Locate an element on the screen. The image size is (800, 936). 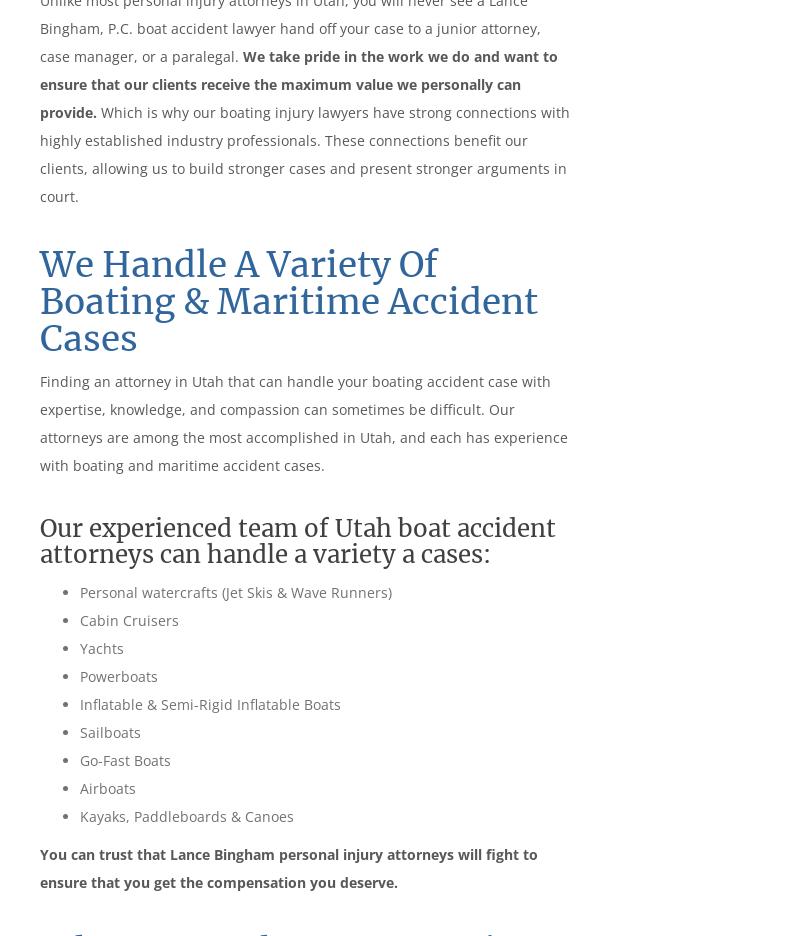
'You can trust that Lance Bingham personal injury attorneys will fight to ensure that you get the compensation you deserve.' is located at coordinates (289, 866).